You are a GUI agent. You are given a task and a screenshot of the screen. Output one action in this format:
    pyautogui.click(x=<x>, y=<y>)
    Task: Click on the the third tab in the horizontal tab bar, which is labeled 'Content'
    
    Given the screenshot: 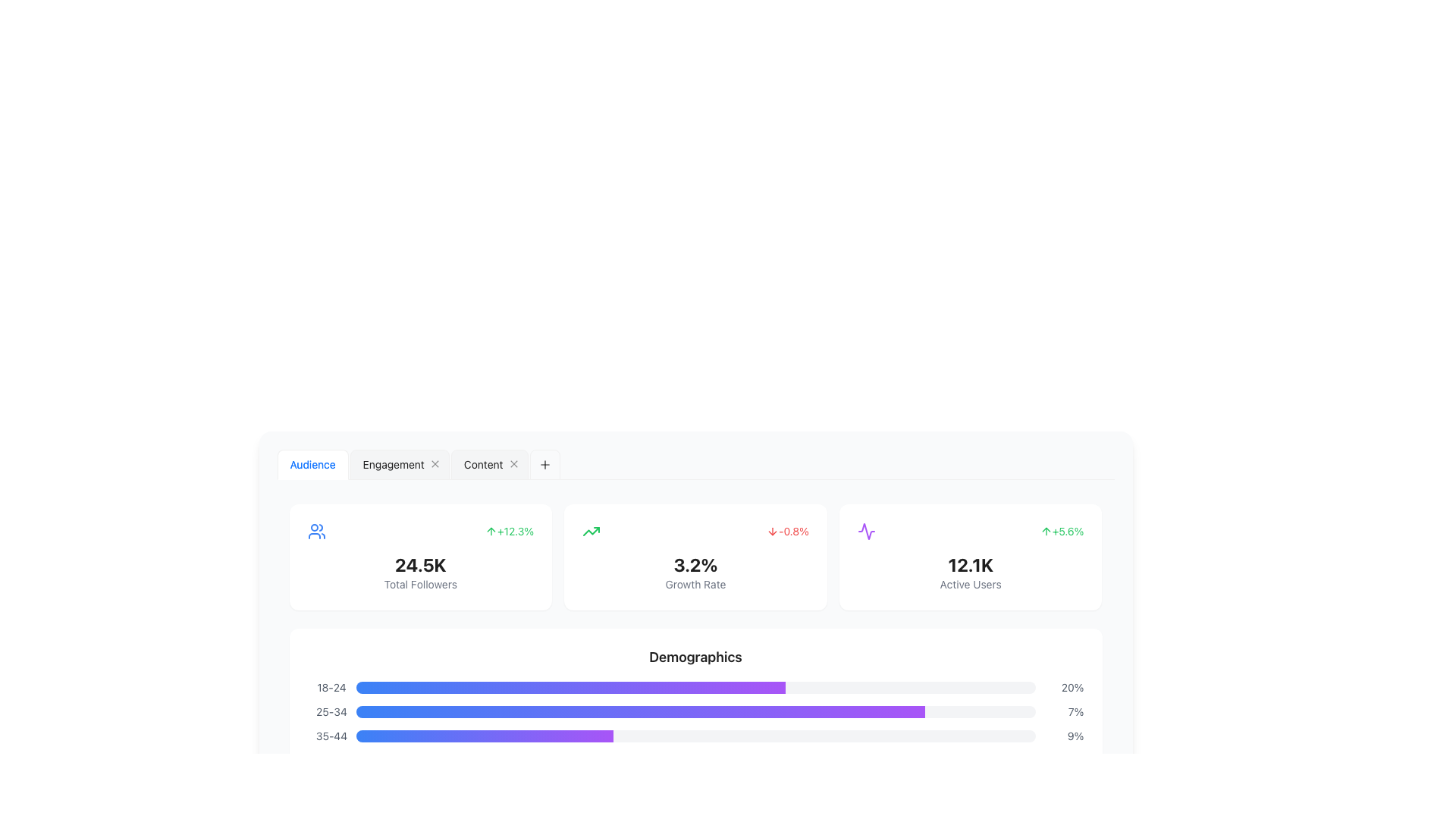 What is the action you would take?
    pyautogui.click(x=482, y=464)
    